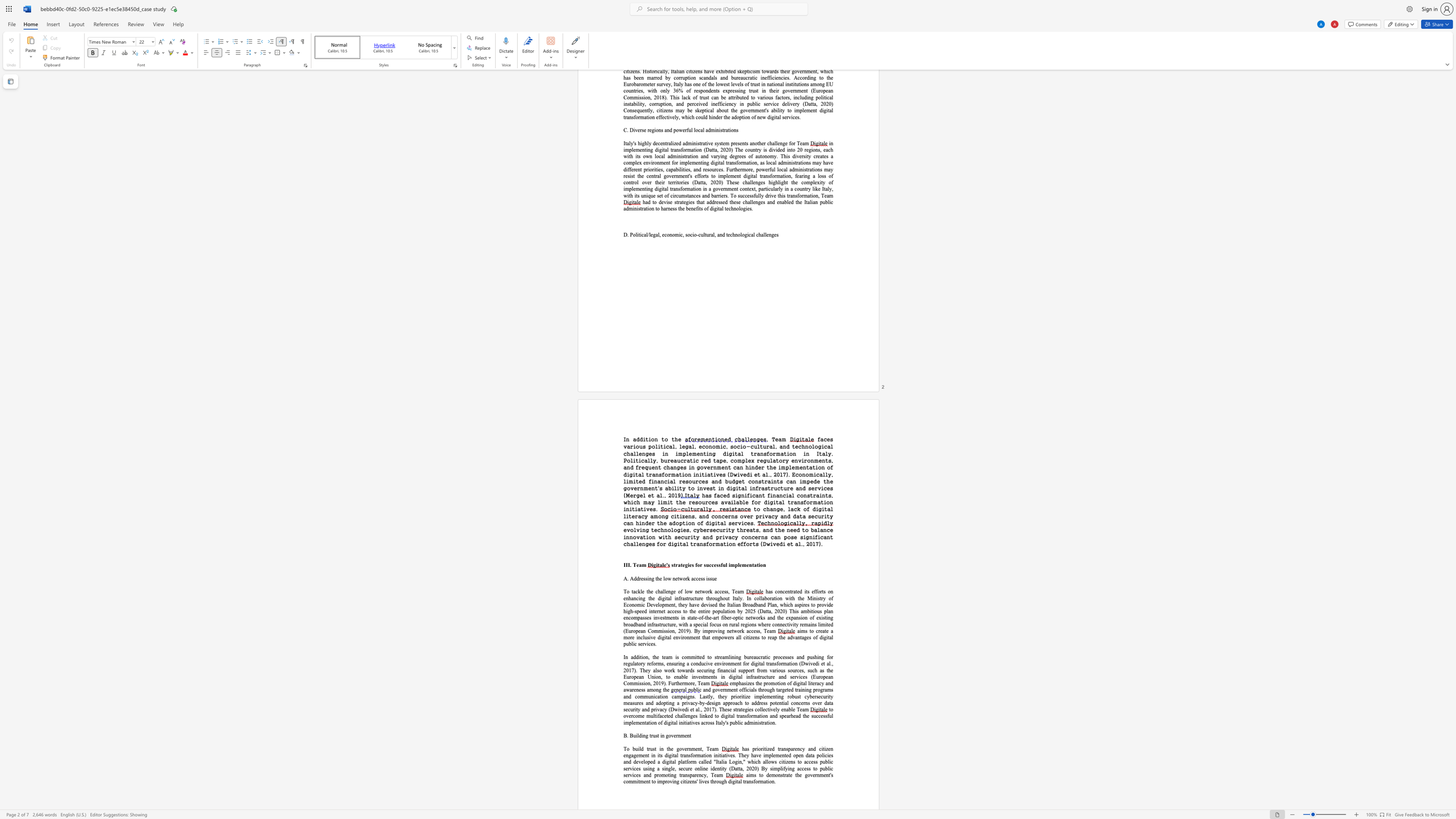  Describe the element at coordinates (818, 657) in the screenshot. I see `the subset text "ng for regulato" within the text "In addition, the team is committed to streamlining bureaucratic processes and pushing for regulatory reforms, ensuring a conducive environment for digital transformation (Dwivedi et al., 2017). They also work towards securing financial support from various sources, such as the European Union, to enable investments in digital infrastructure and services (European Commission, 2019). Furthermore, Team"` at that location.